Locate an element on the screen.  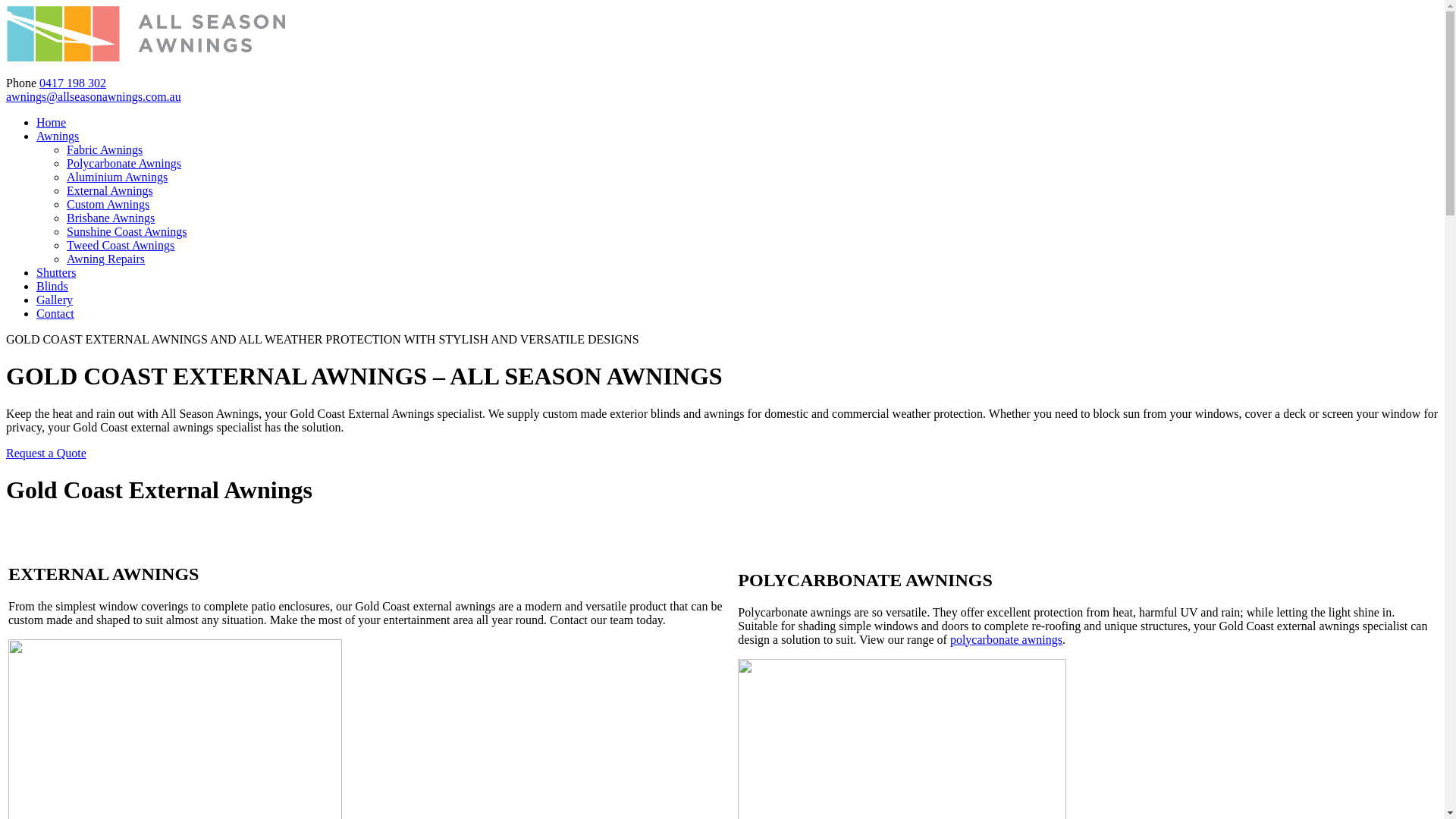
'Polycarbonate Awnings' is located at coordinates (124, 163).